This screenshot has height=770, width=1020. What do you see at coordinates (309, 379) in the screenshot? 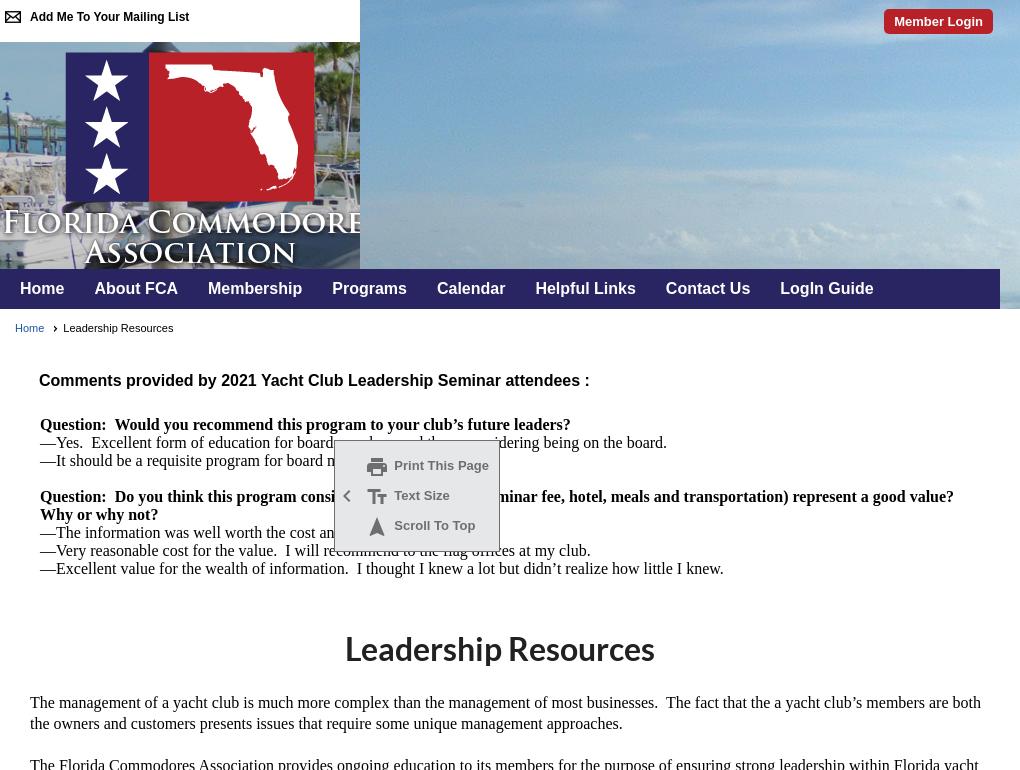
I see `'Comments provided by 2021 Yacht Club Leadership Seminar attendees :'` at bounding box center [309, 379].